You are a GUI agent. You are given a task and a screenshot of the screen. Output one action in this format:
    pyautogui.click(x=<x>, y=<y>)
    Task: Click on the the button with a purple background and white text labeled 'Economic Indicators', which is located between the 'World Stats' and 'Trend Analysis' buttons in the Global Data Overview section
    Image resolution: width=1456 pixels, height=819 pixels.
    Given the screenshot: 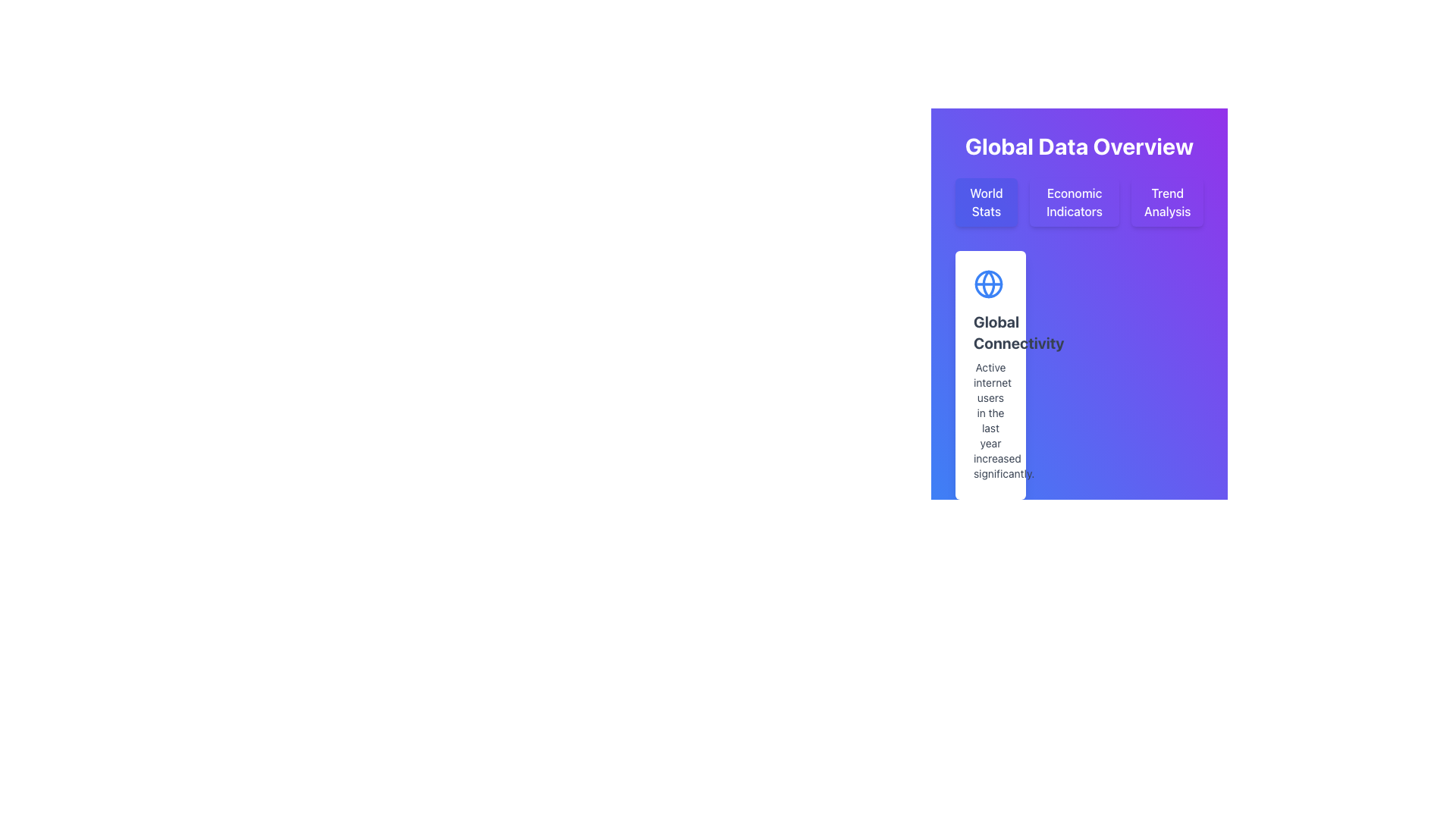 What is the action you would take?
    pyautogui.click(x=1073, y=201)
    